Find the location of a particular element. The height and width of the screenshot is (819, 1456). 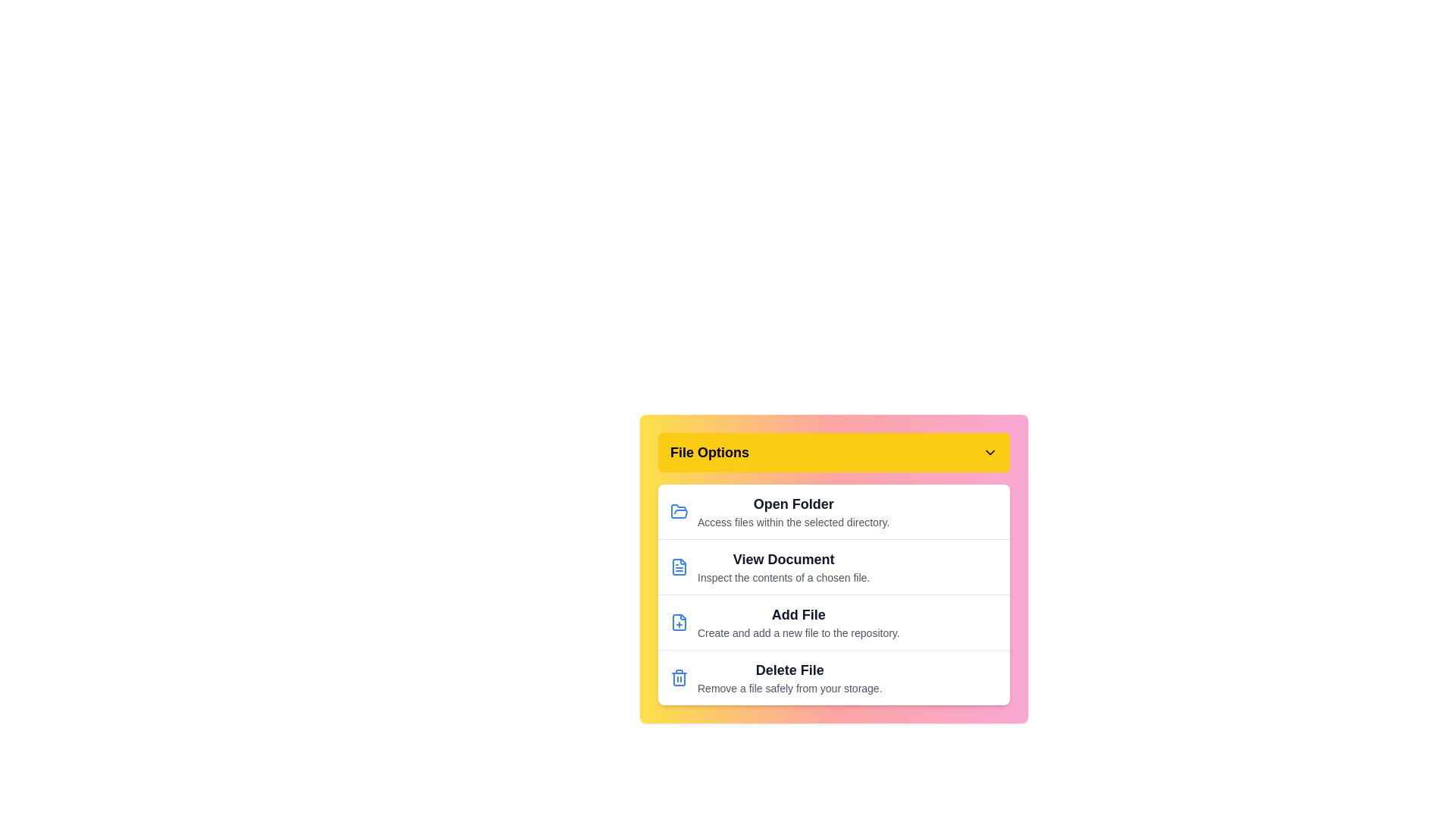

the small downward-pointing chevron icon with a thin black outline located in the top-right corner of the yellow 'File Options' header bar is located at coordinates (990, 452).